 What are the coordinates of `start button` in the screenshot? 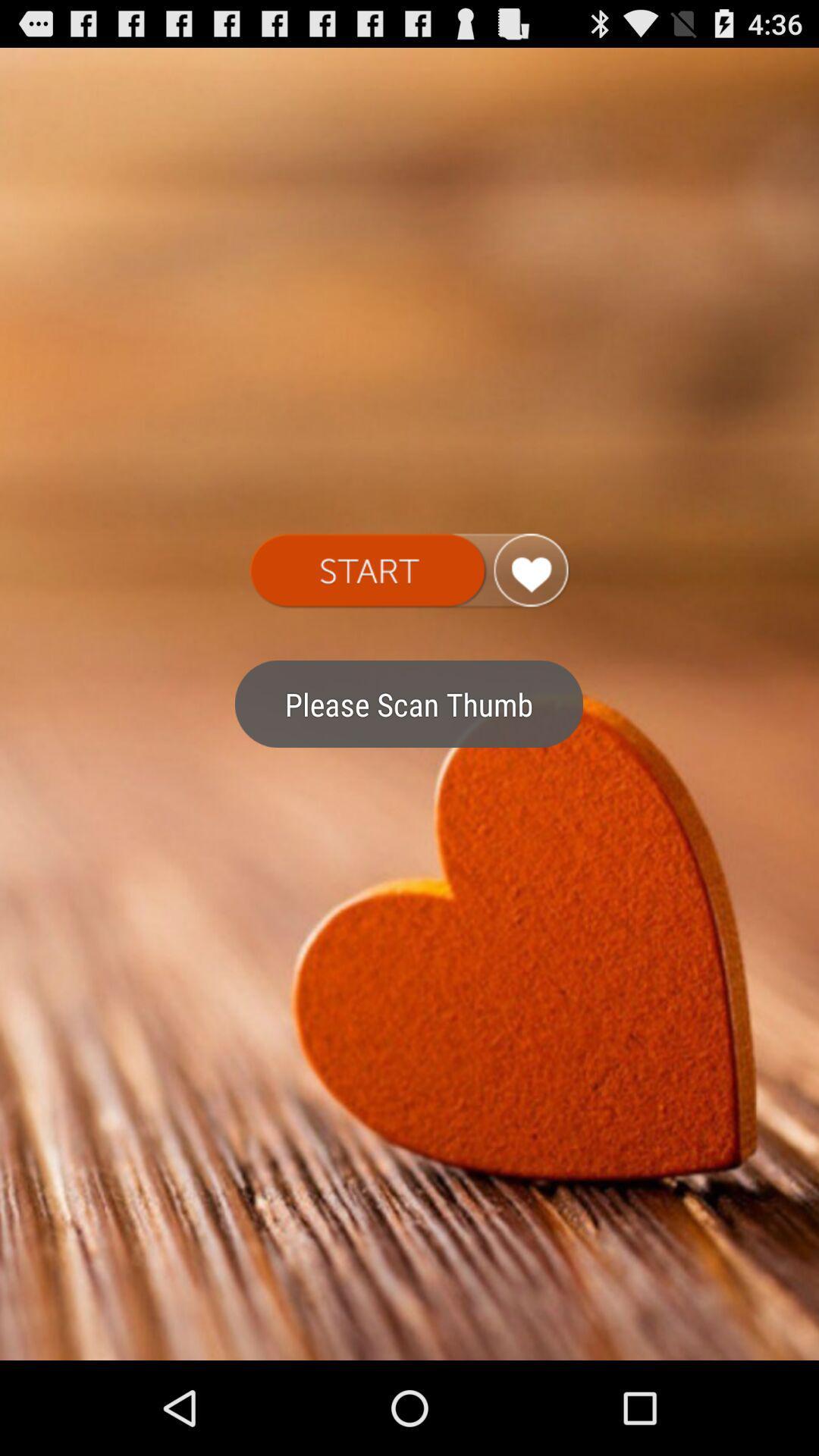 It's located at (408, 570).